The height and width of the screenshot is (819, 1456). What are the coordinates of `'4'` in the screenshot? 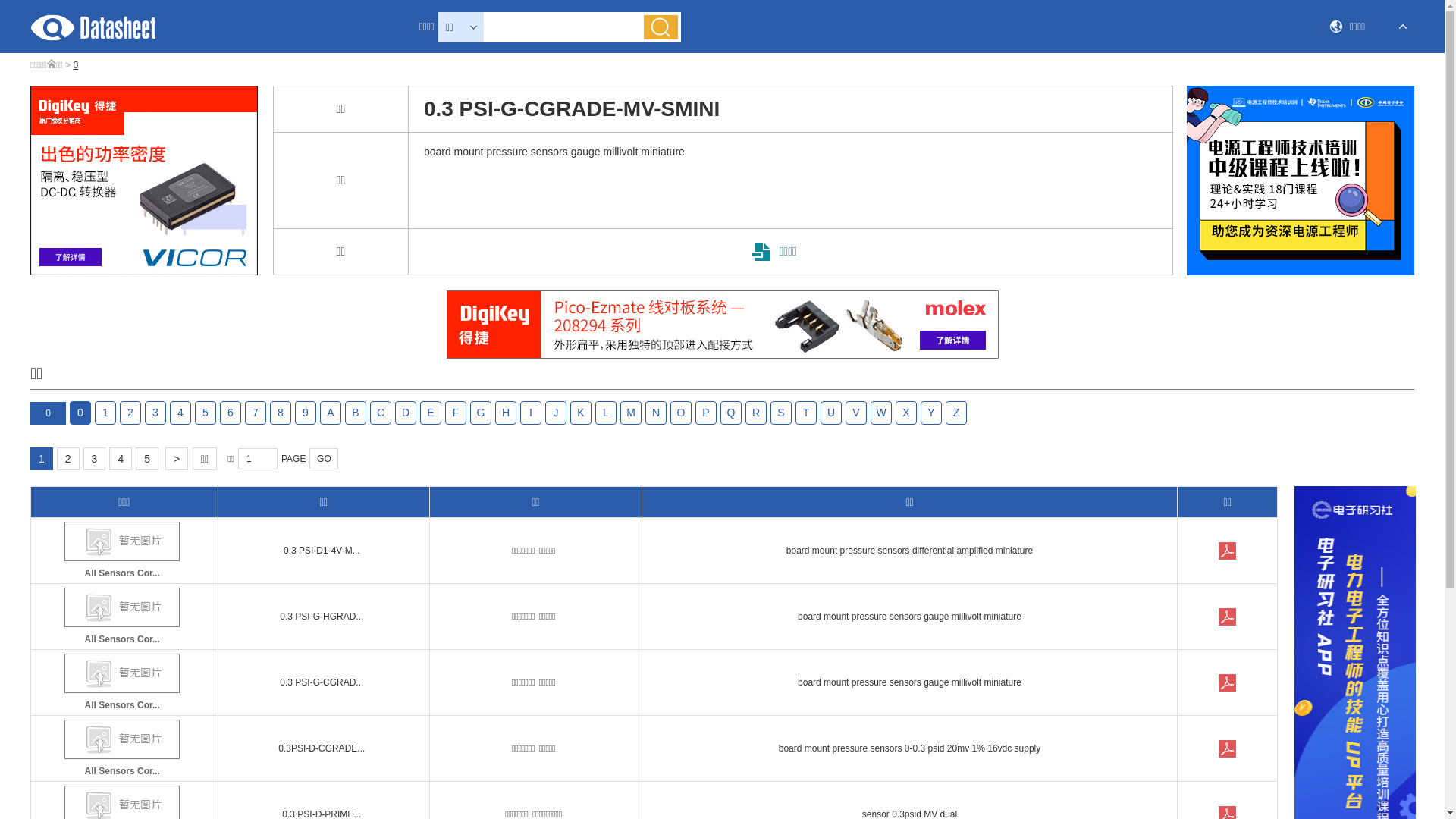 It's located at (119, 458).